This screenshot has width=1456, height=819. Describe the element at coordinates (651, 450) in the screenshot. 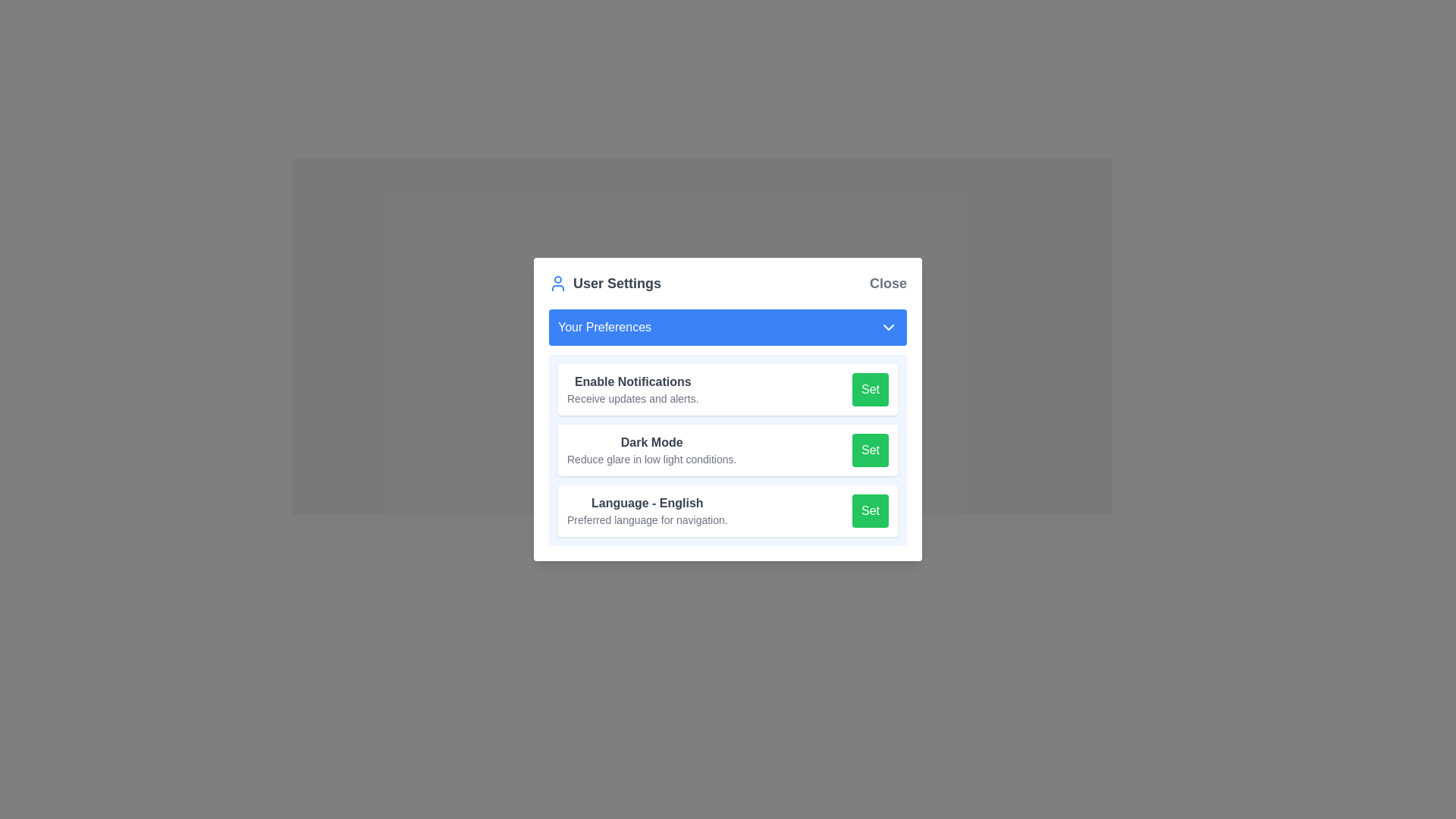

I see `the 'Dark Mode' text label, which is the second item in the vertical list of options under 'Your Preferences', positioned between 'Enable Notifications' and 'Language - English'` at that location.